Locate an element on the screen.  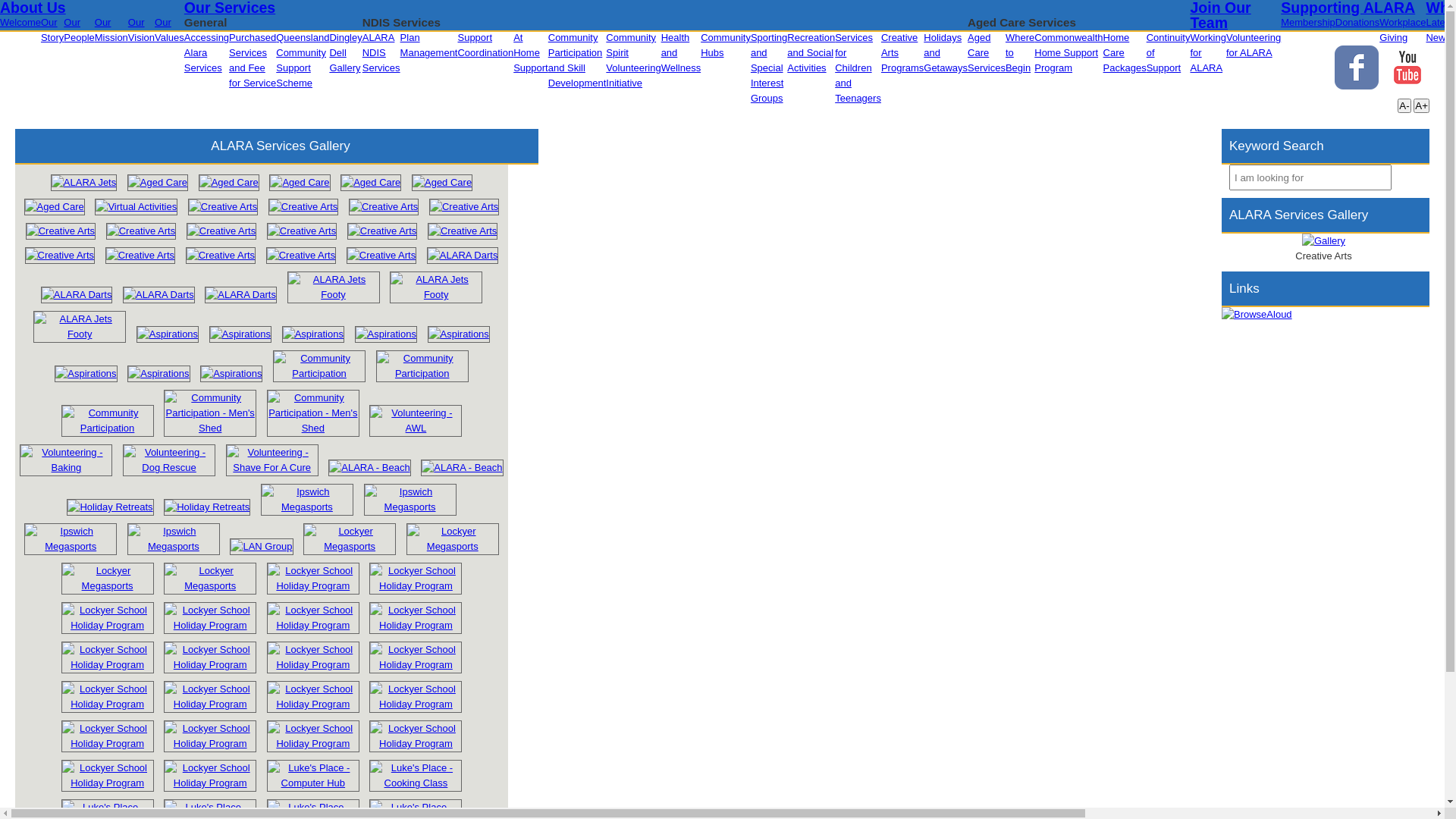
'Creative Arts' is located at coordinates (61, 231).